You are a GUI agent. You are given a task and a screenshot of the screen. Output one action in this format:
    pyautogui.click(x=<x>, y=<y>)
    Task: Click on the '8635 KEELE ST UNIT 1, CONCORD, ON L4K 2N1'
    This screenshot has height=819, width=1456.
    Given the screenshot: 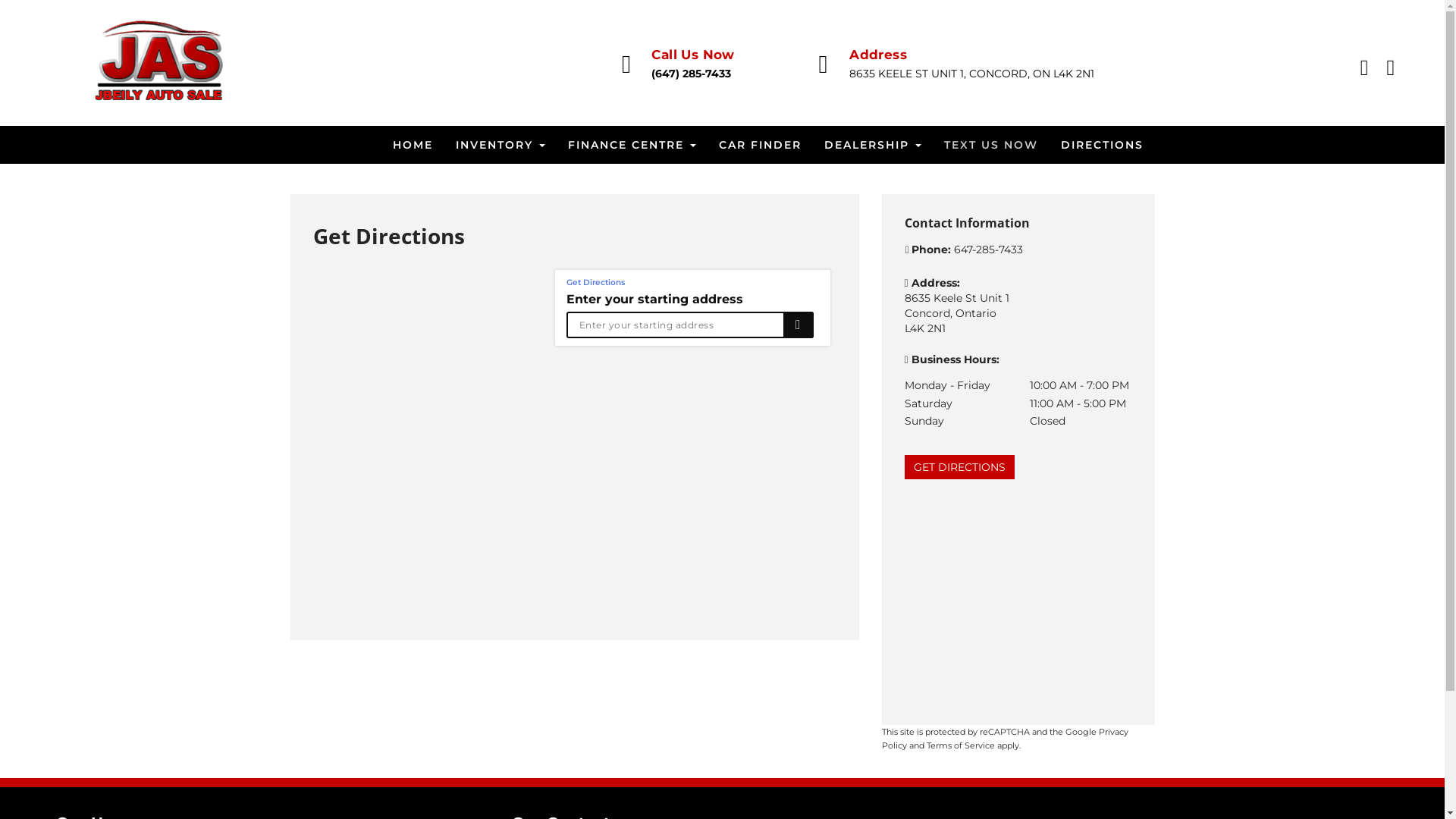 What is the action you would take?
    pyautogui.click(x=971, y=73)
    